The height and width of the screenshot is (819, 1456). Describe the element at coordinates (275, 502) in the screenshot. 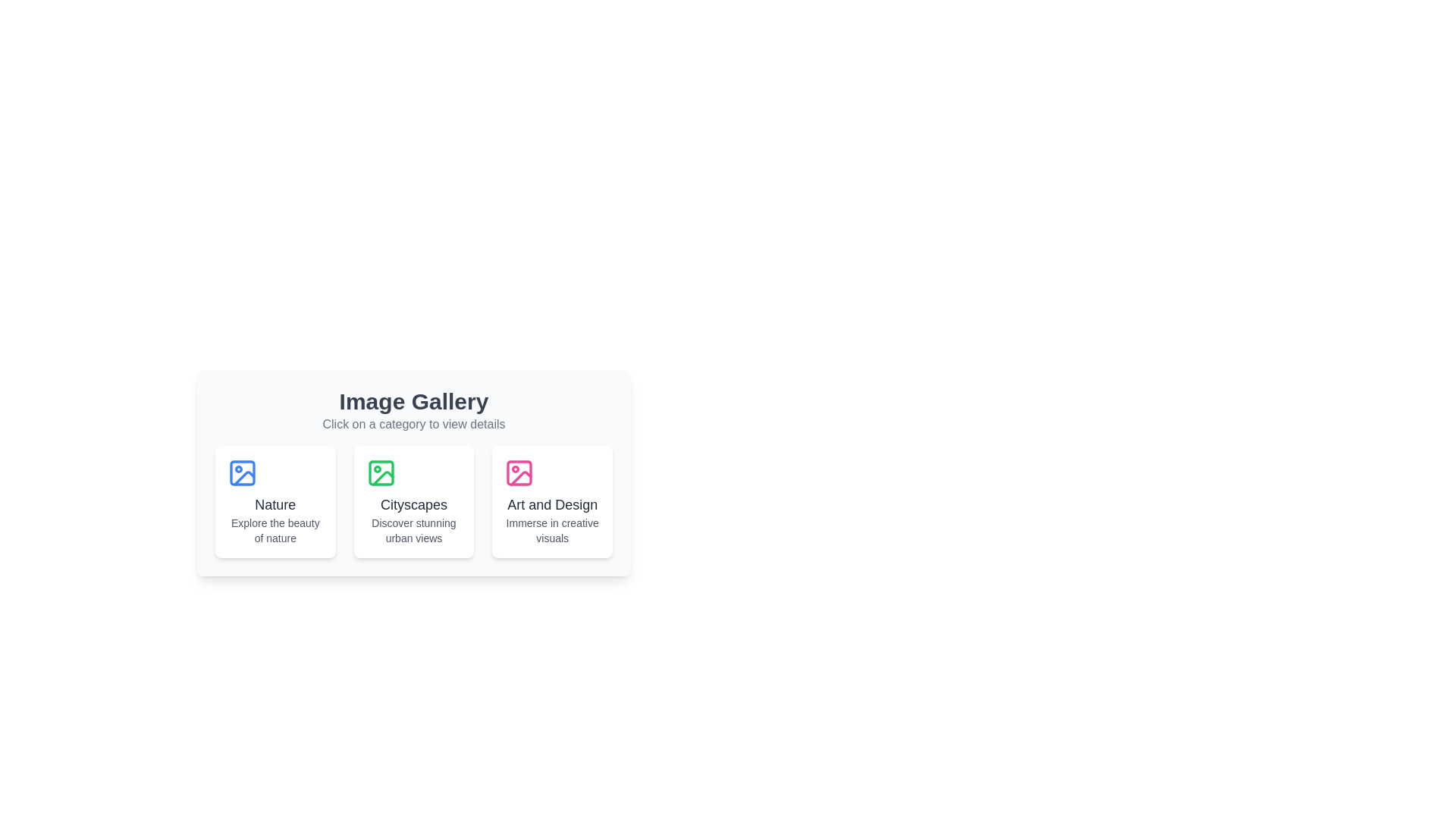

I see `the 'Nature' interactive card element located in the Image Gallery` at that location.